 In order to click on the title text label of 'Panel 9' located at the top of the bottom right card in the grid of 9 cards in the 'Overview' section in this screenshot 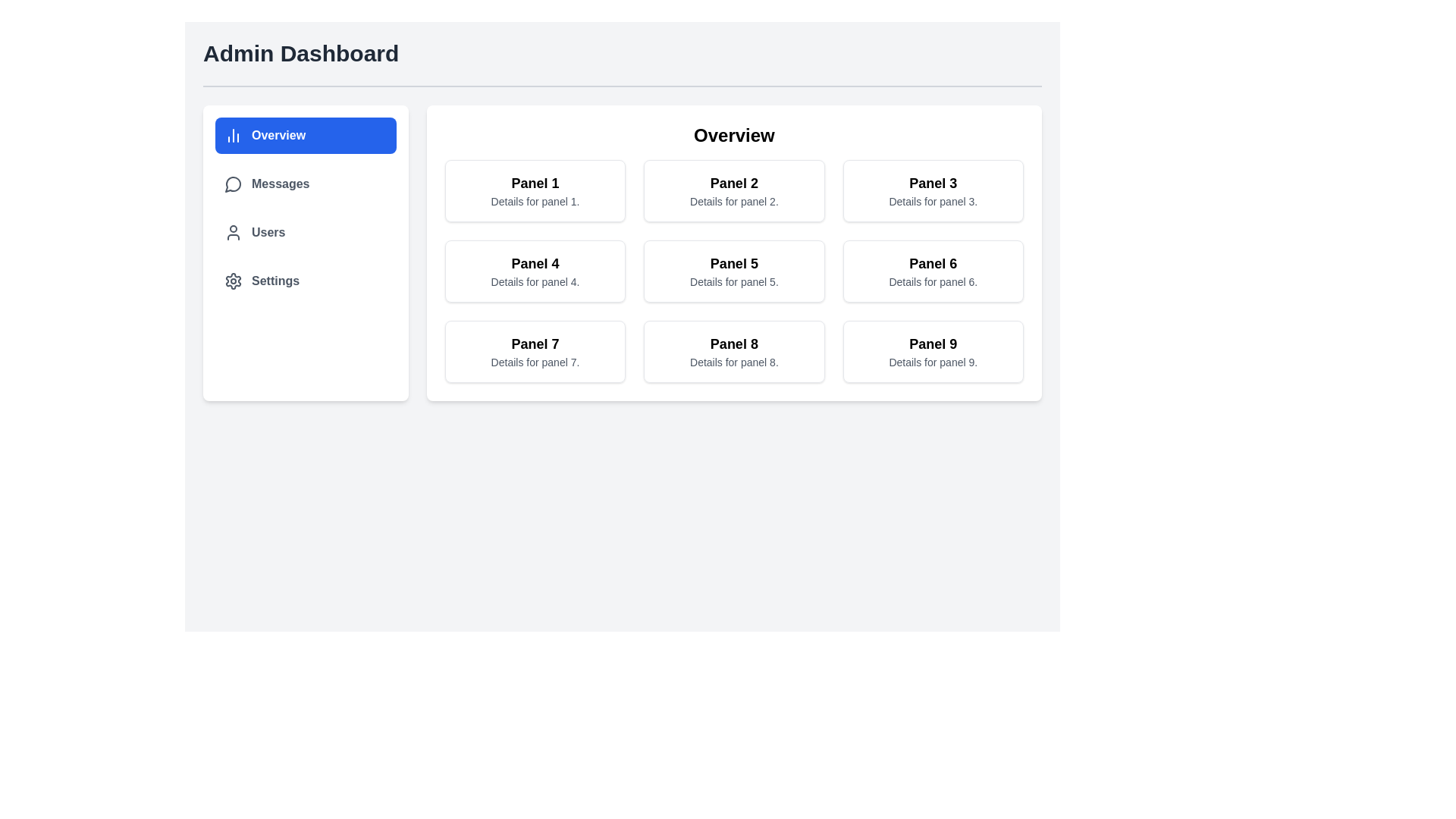, I will do `click(932, 344)`.